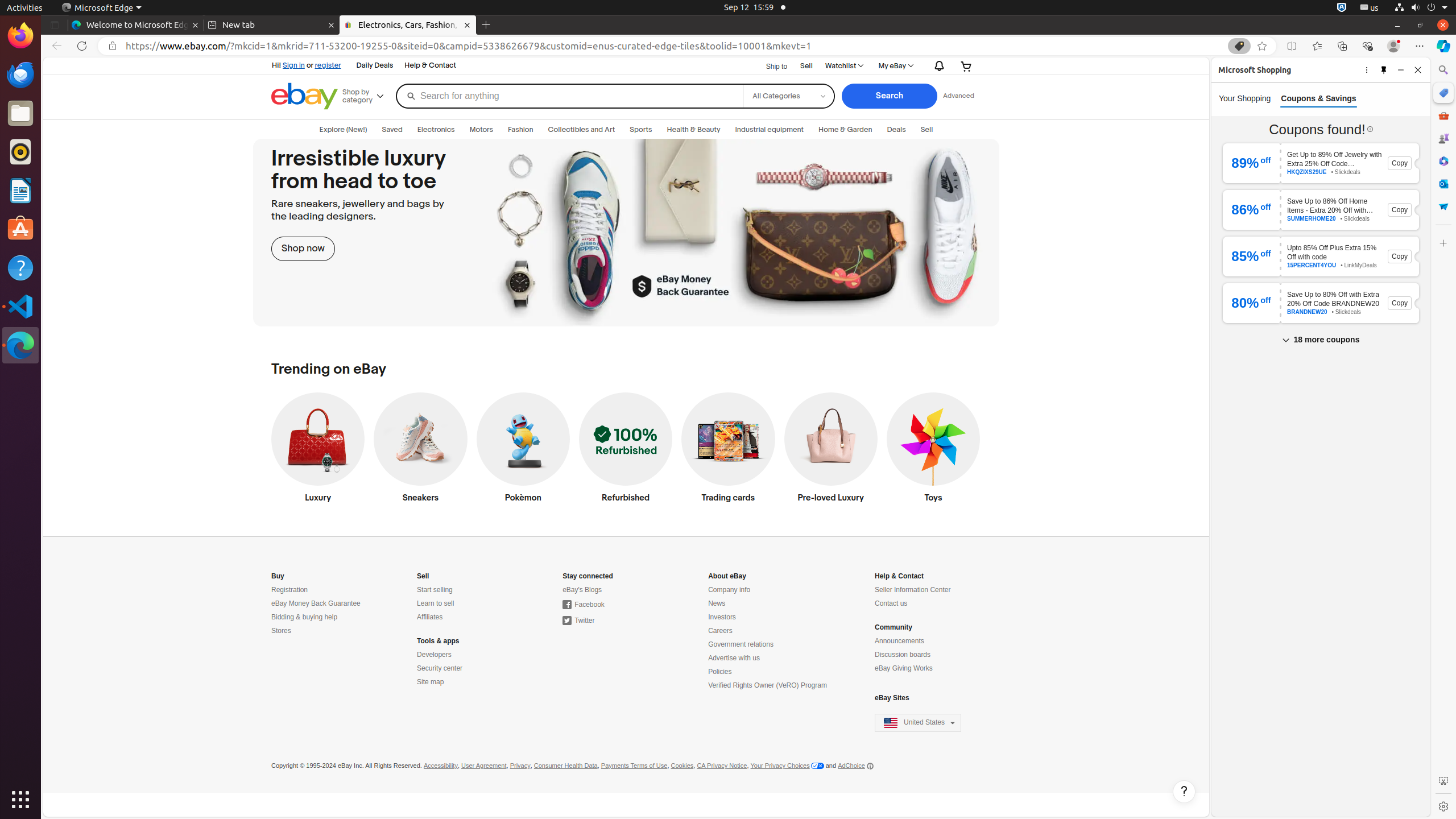 This screenshot has height=819, width=1456. I want to click on '89 % off Get Up to 89% Off Jewelry with Extra 25% Off Code HKQZIXS29UE HKQZIXS29UE • Slickdeals Copy', so click(1320, 163).